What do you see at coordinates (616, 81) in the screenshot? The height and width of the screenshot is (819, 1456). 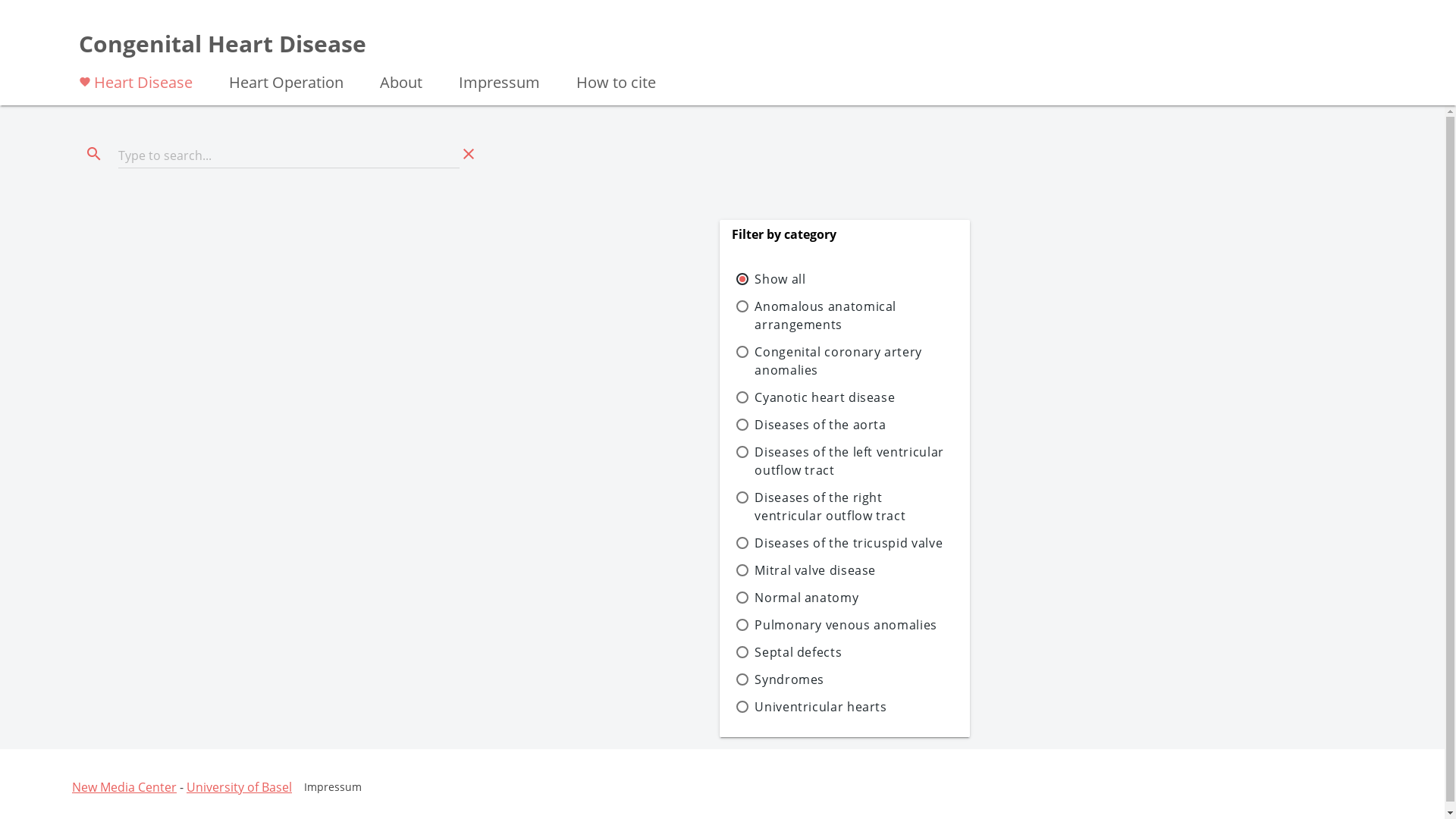 I see `'How to cite'` at bounding box center [616, 81].